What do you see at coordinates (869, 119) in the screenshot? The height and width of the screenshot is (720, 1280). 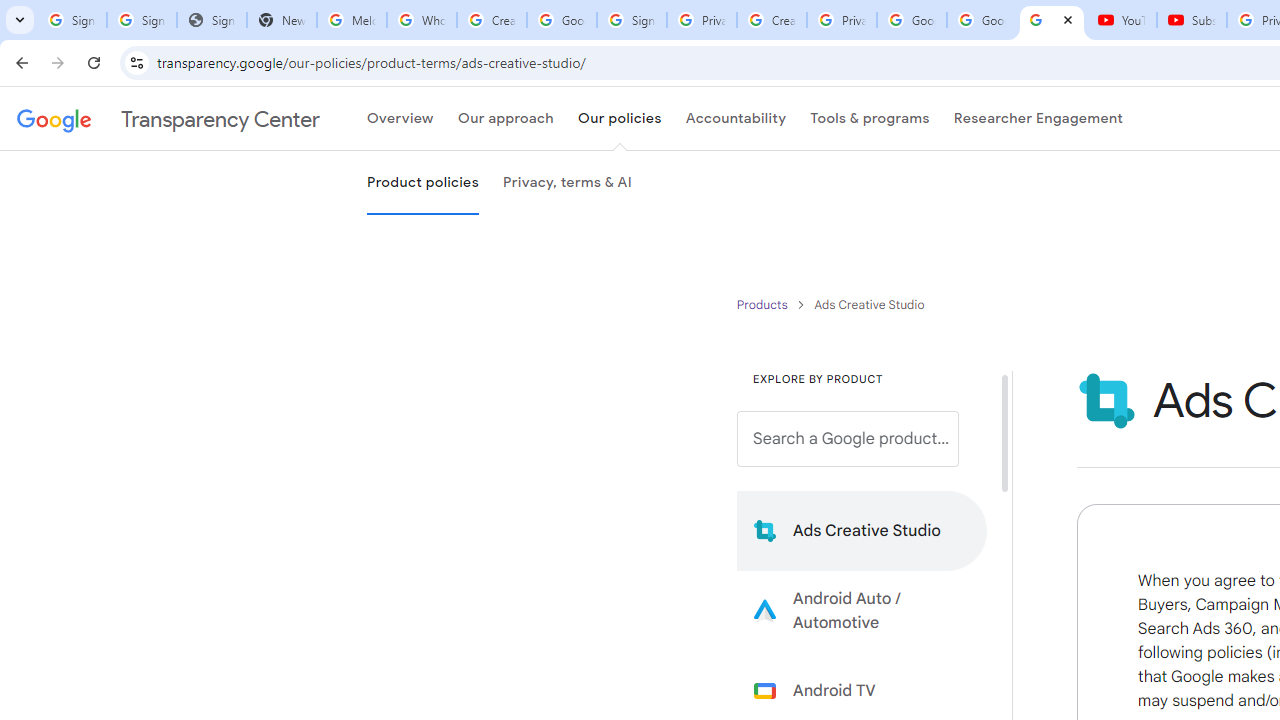 I see `'Tools & programs'` at bounding box center [869, 119].